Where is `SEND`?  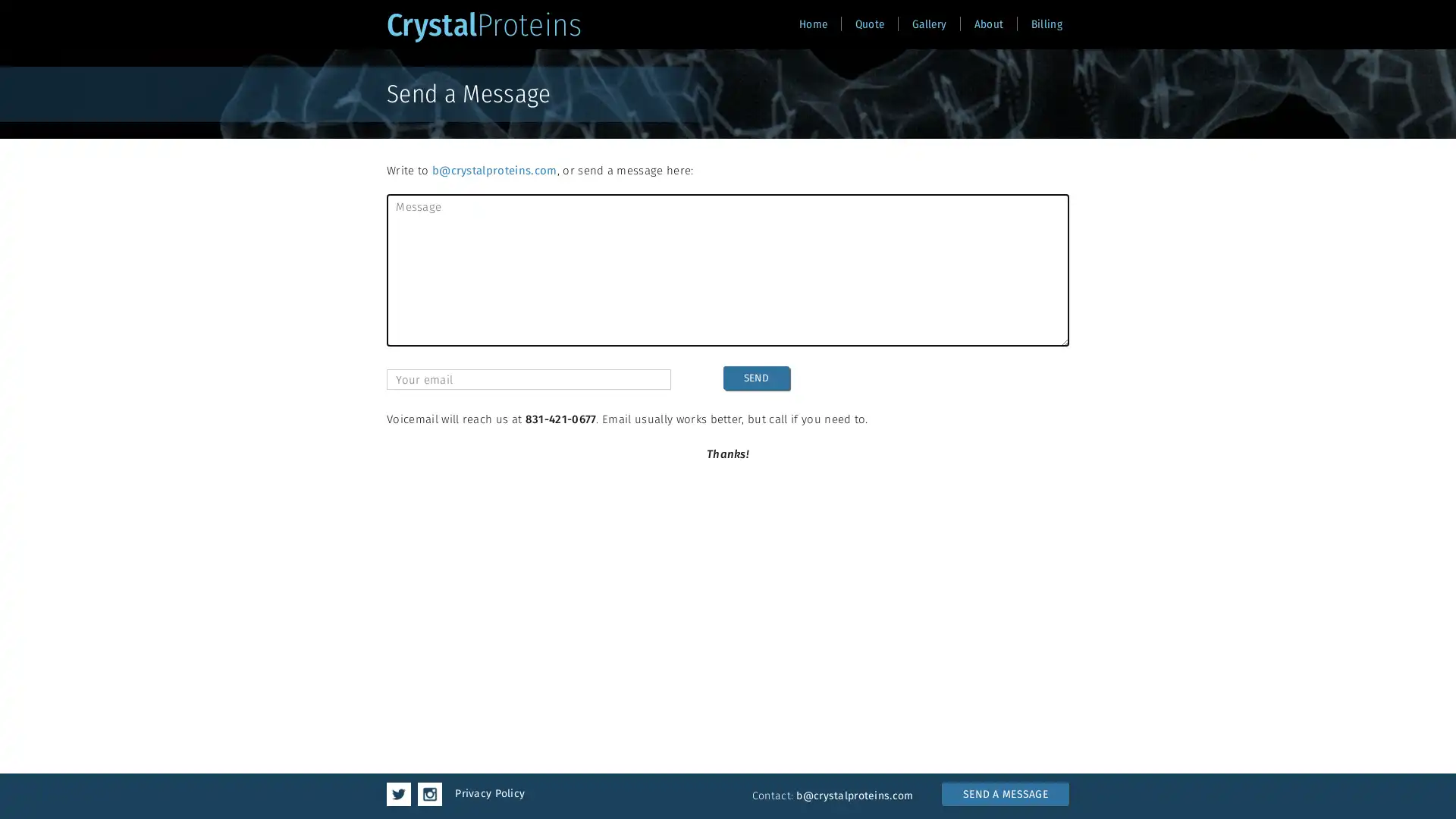 SEND is located at coordinates (756, 376).